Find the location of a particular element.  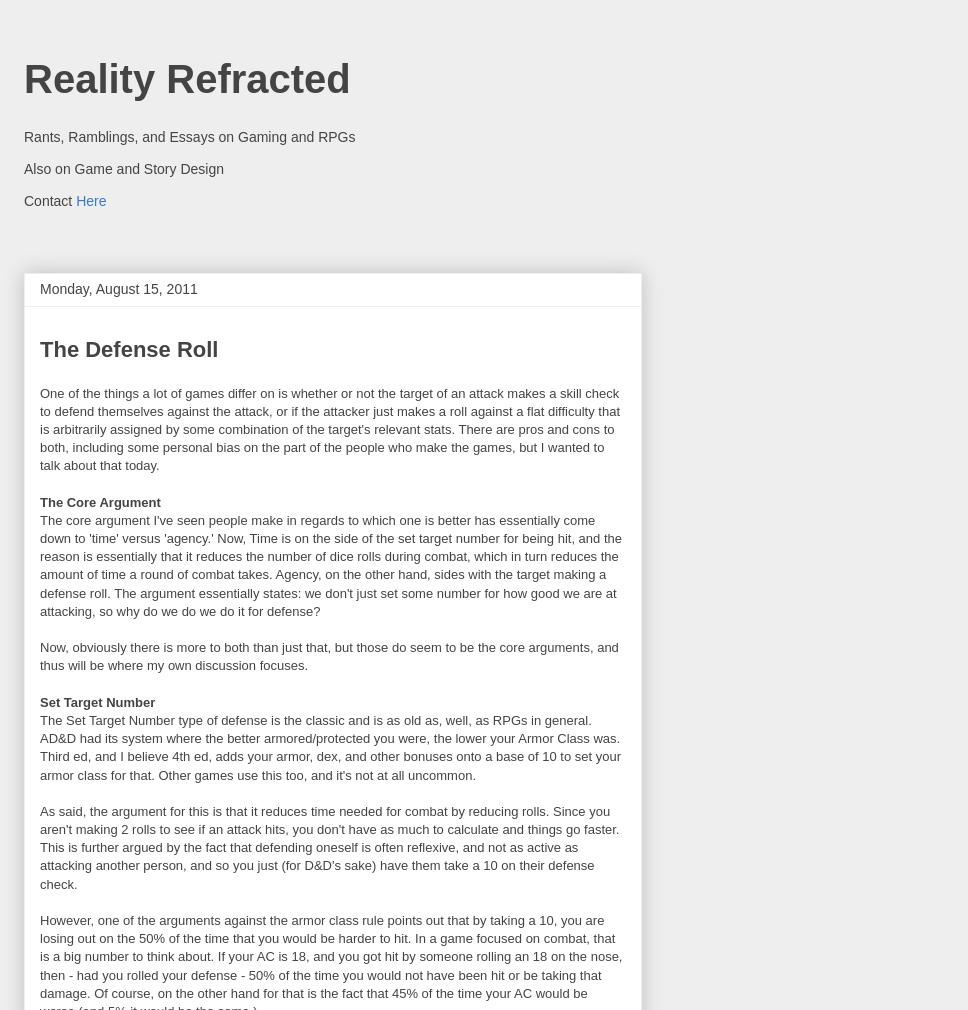

'Set Target Number' is located at coordinates (97, 700).